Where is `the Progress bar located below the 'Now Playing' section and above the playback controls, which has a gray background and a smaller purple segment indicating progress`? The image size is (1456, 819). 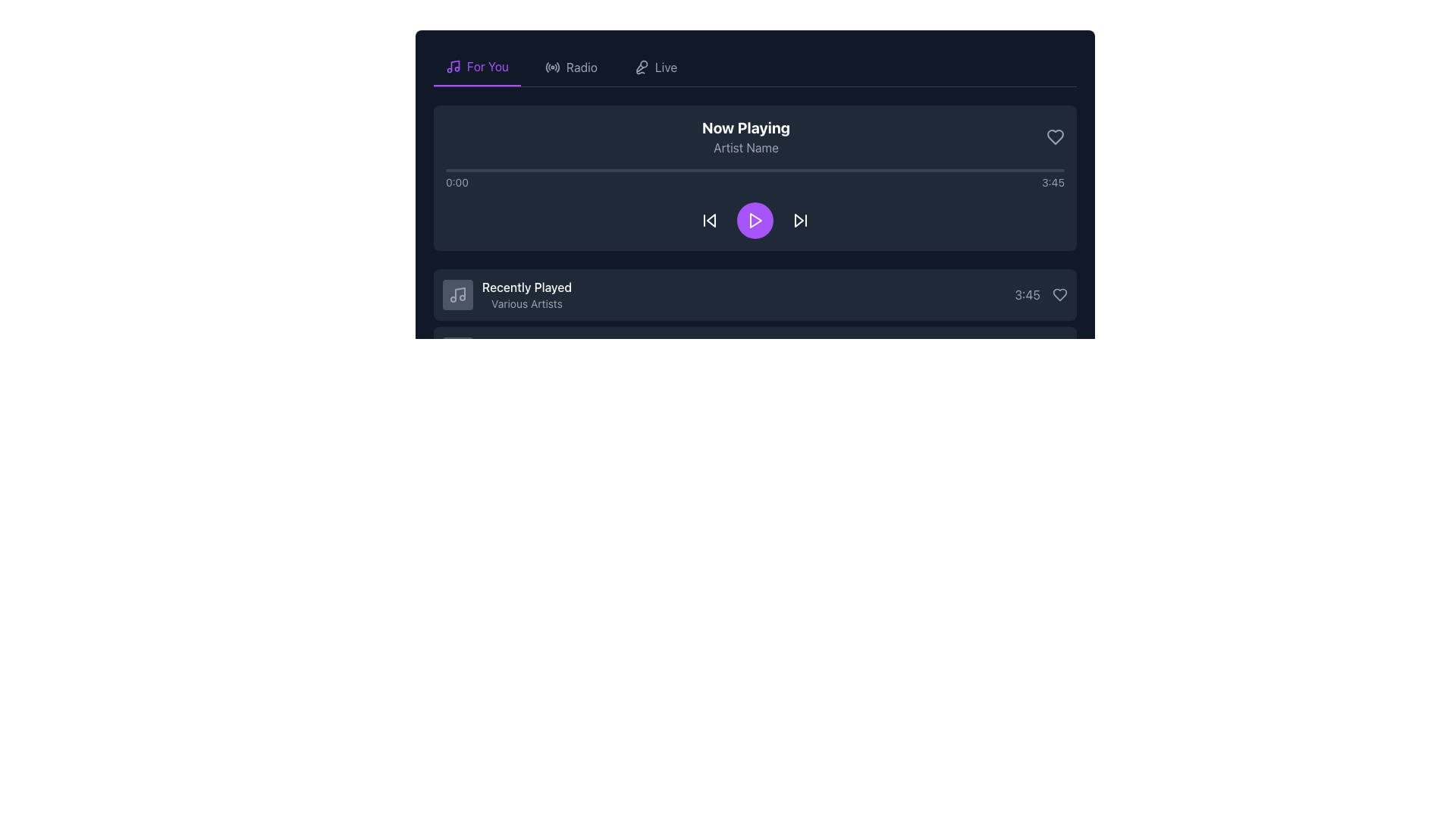 the Progress bar located below the 'Now Playing' section and above the playback controls, which has a gray background and a smaller purple segment indicating progress is located at coordinates (755, 170).